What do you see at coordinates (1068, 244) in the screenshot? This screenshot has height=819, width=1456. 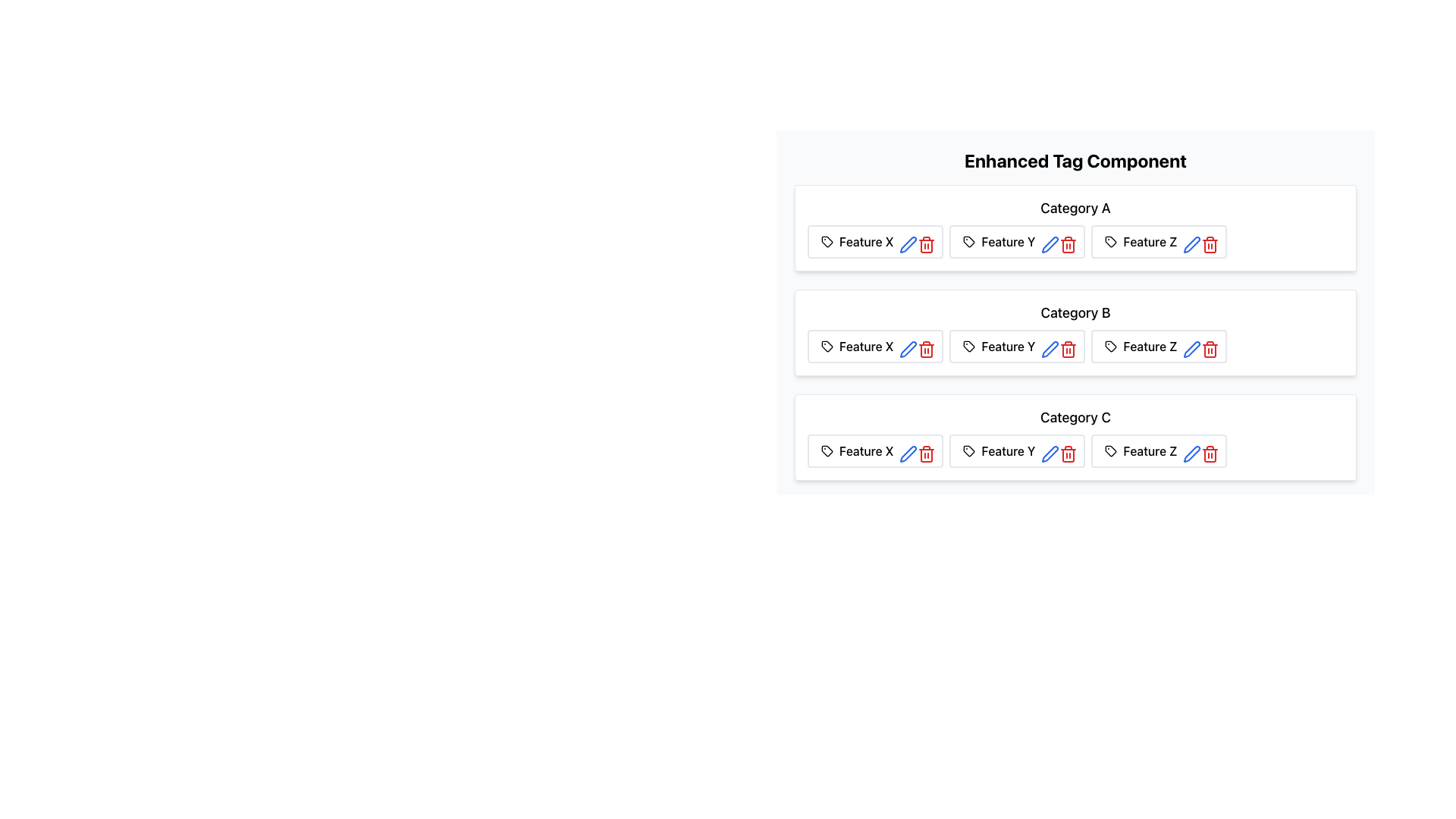 I see `the delete button, which is the third icon in the row of actions associated with 'Feature Y' under Category A, located between a blue pencil icon and the third tag, Feature Z` at bounding box center [1068, 244].